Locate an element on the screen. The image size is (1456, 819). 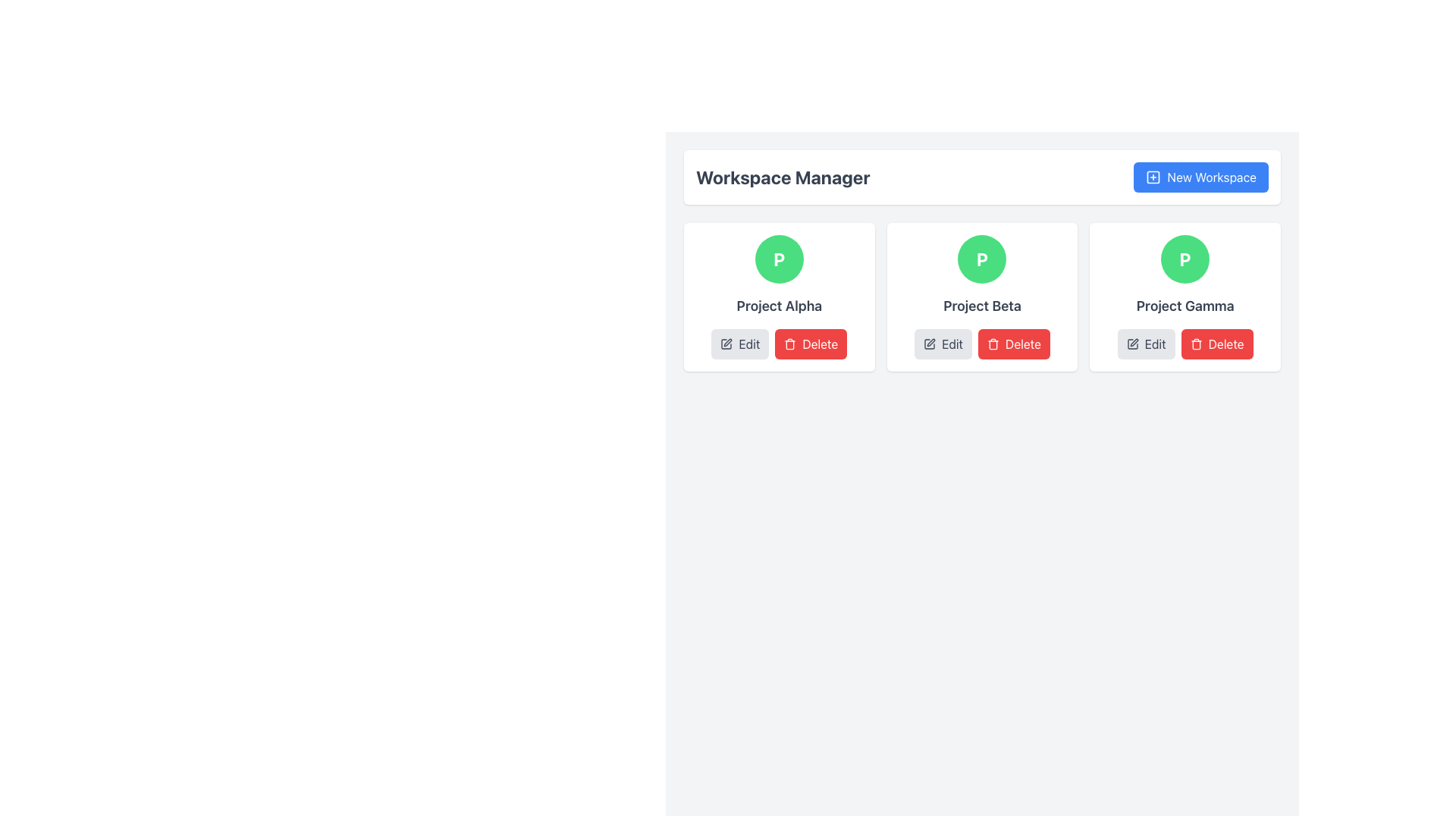
the 'Delete' button, which has a red background, white text, and a trash can icon, located below the workspace item title and to the right of the 'Edit' button is located at coordinates (810, 344).